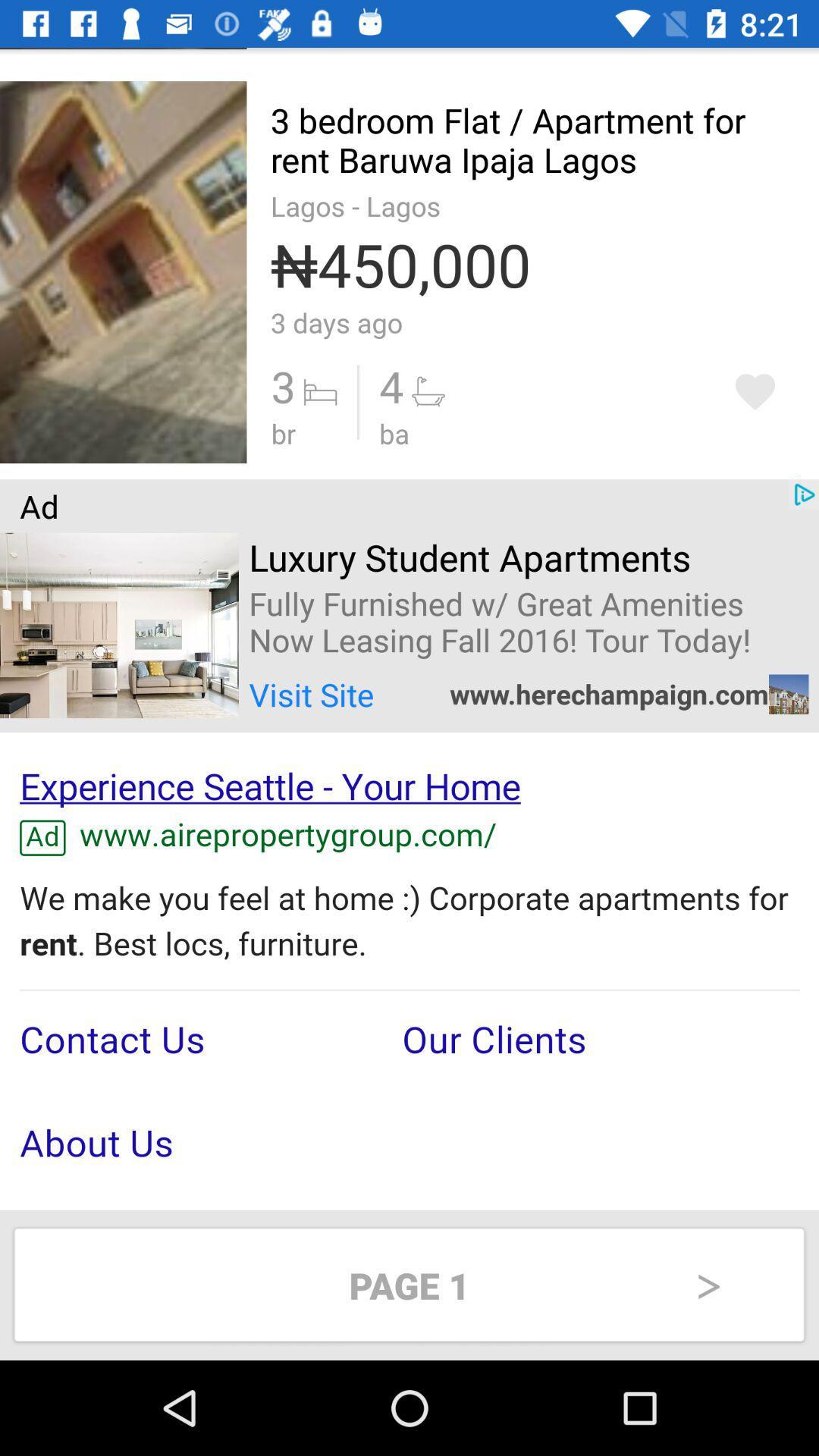  I want to click on the right arrow at bottom right of page, so click(709, 1284).